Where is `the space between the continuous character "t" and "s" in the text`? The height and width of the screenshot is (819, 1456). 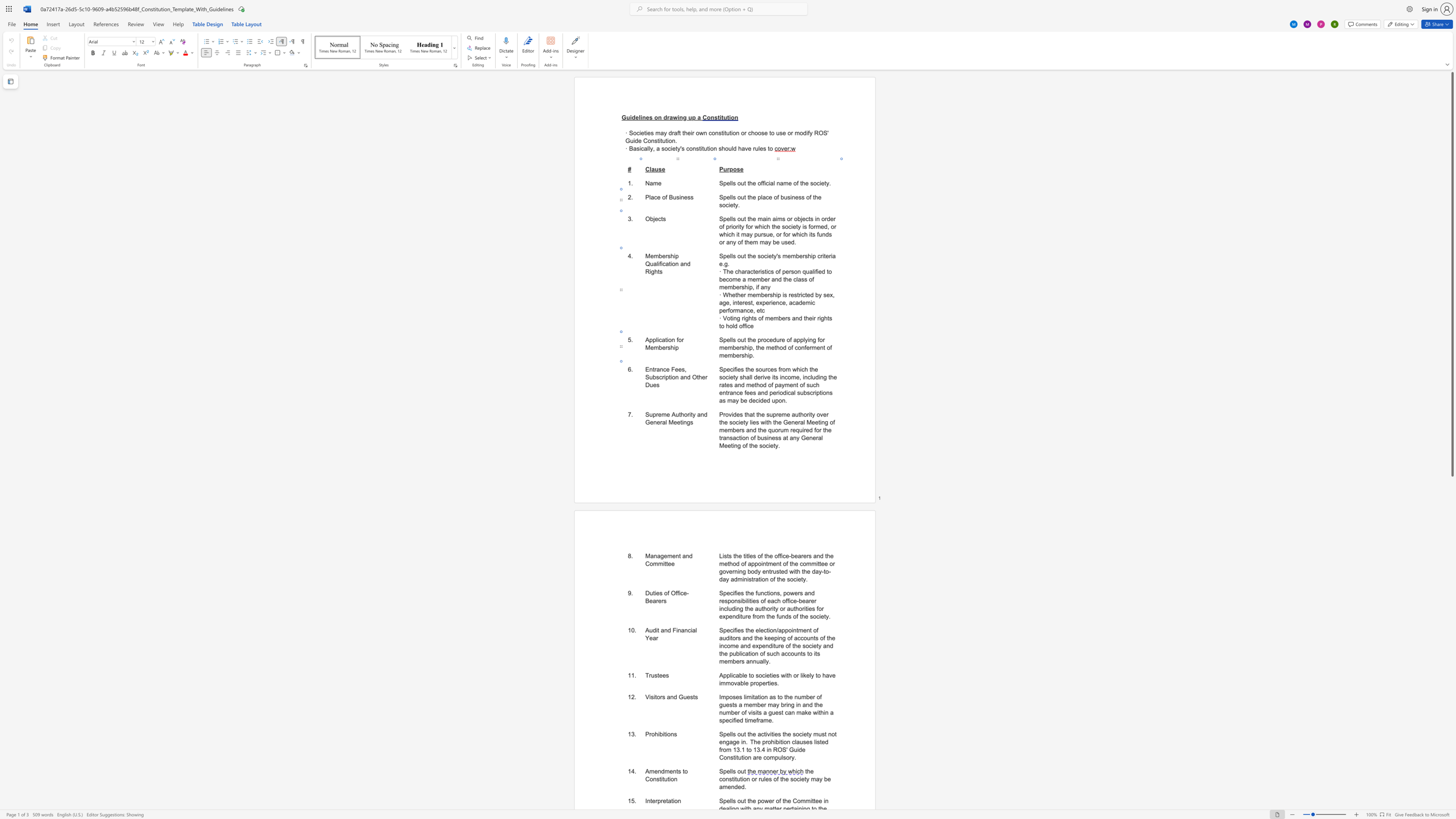
the space between the continuous character "t" and "s" in the text is located at coordinates (695, 696).